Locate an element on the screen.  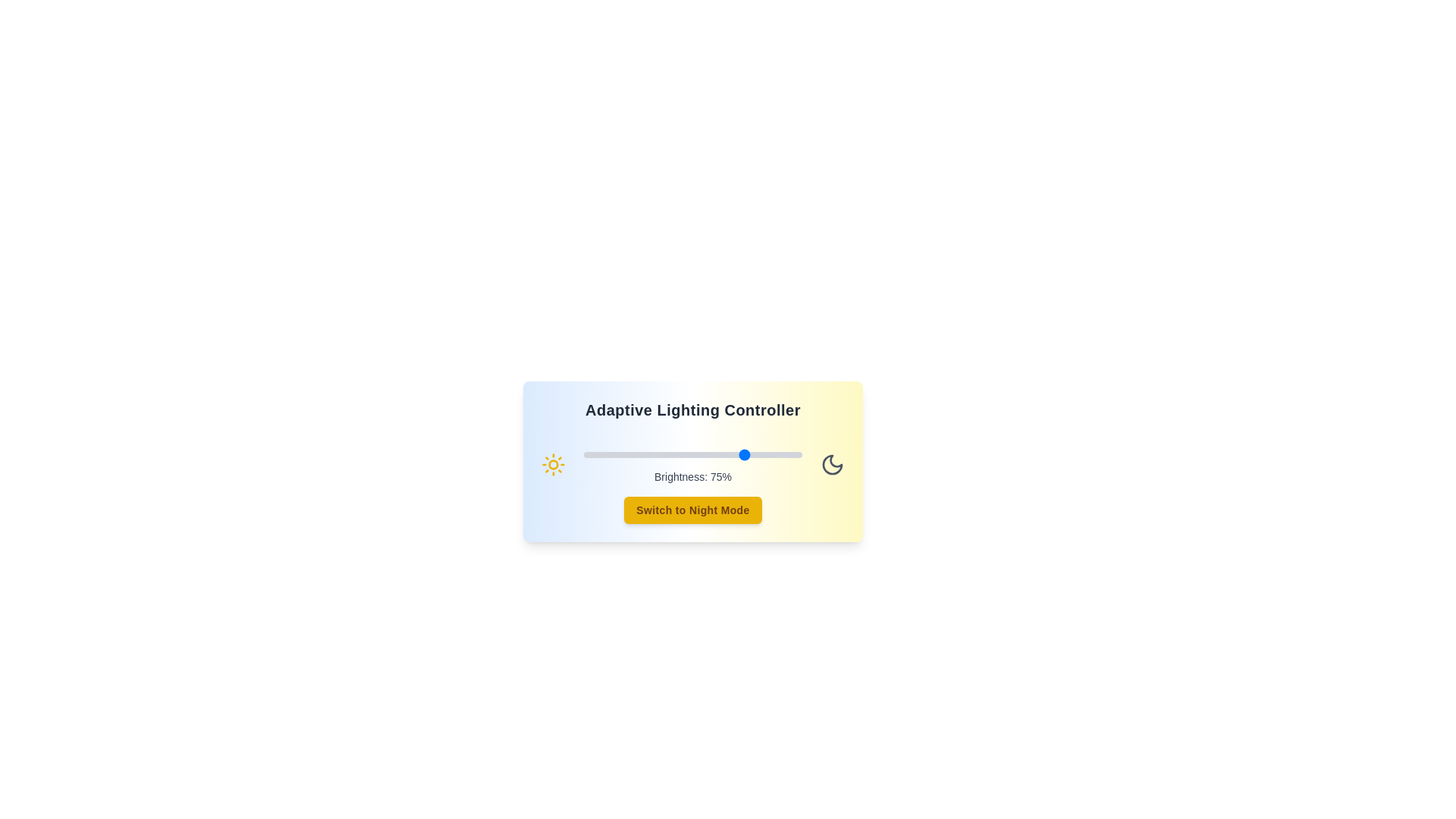
the Label displaying 'Brightness: 75%' which is positioned beneath the brightness slider control in the center of the panel is located at coordinates (692, 464).